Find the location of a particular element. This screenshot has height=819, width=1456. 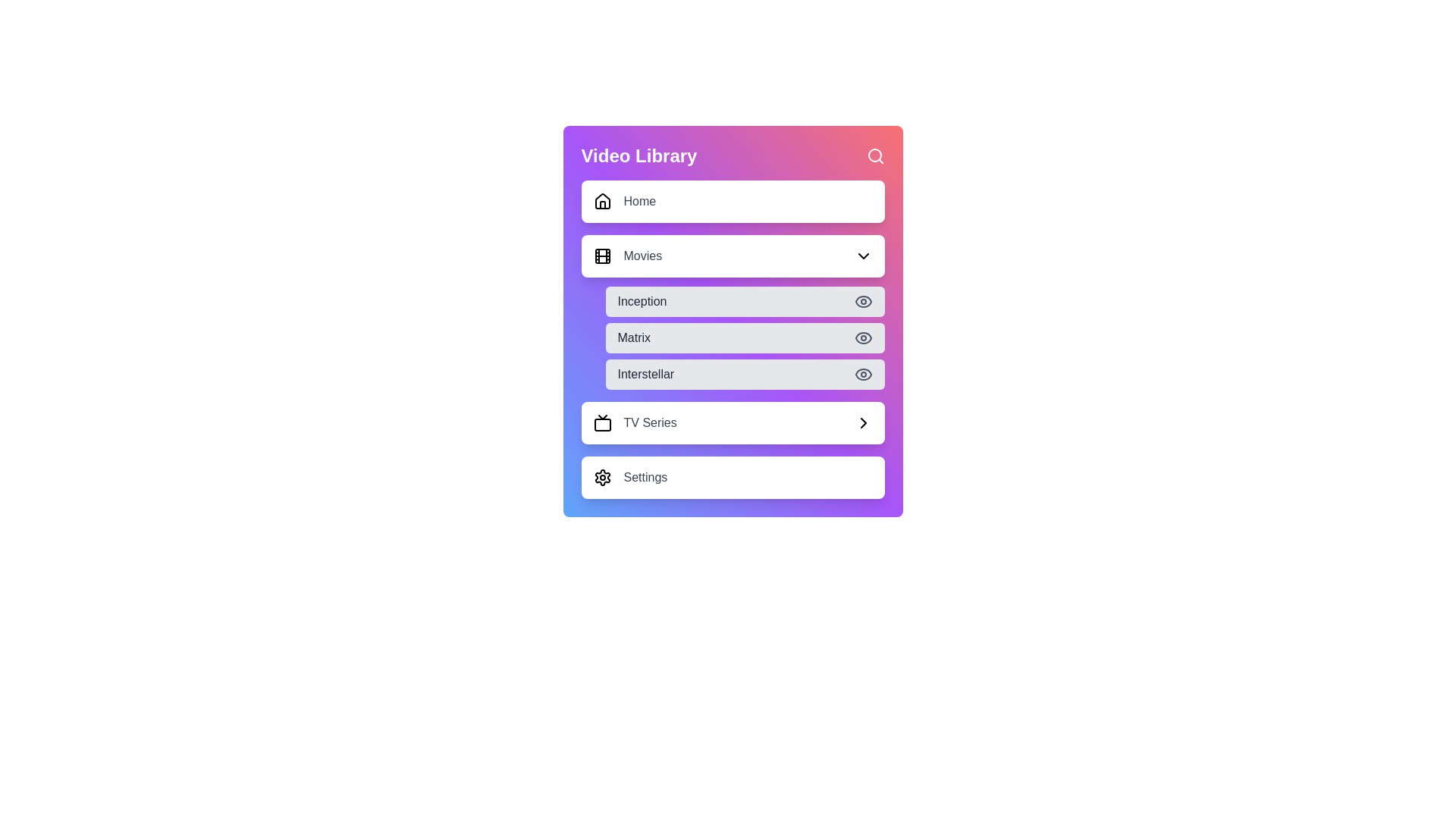

the movie reel icon, which is a minimalist black and white vector graphic located to the left of the text 'Movies' in the second row of the vertical menu is located at coordinates (601, 256).